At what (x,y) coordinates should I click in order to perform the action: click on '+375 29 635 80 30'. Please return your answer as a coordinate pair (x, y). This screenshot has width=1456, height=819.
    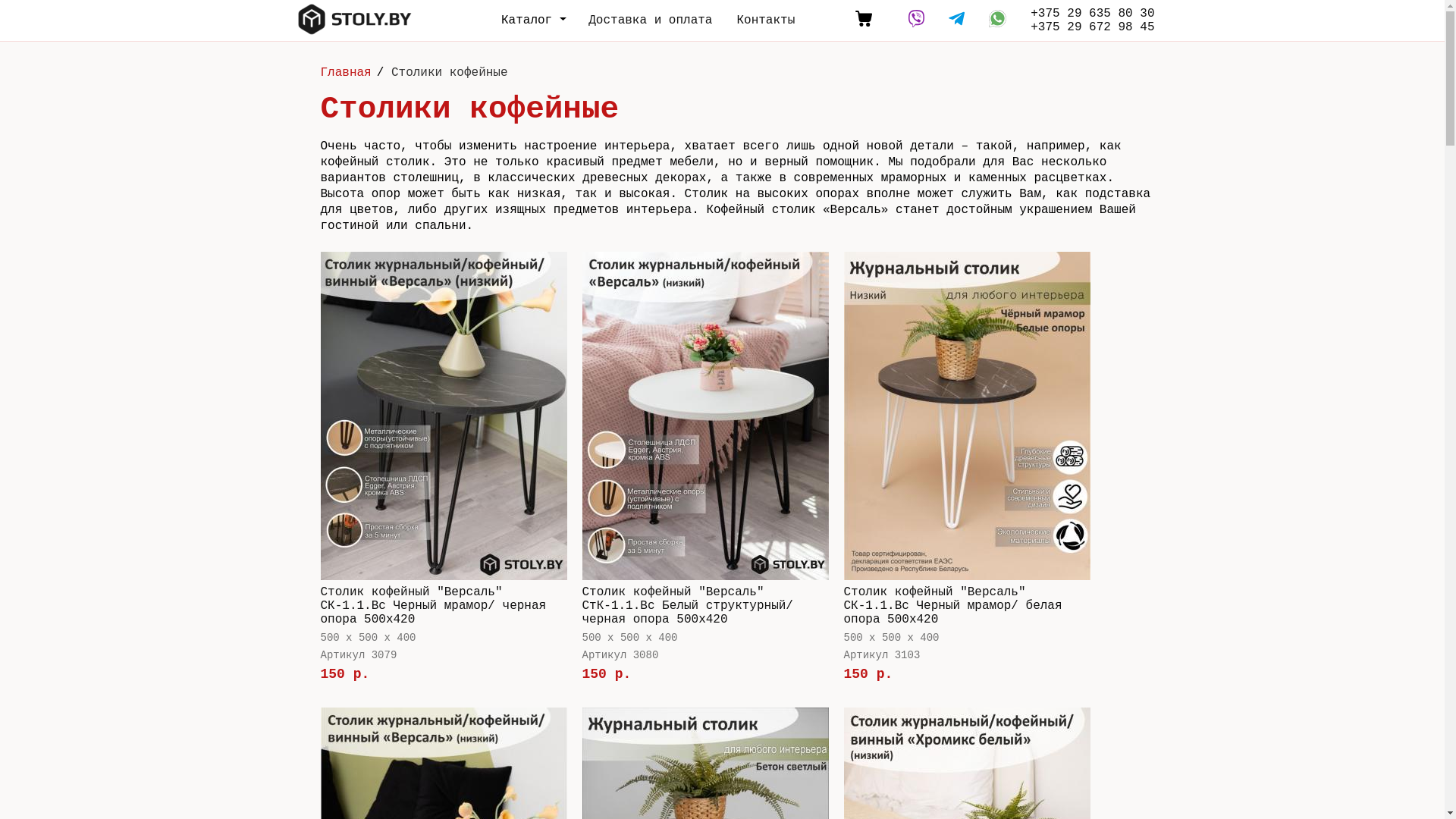
    Looking at the image, I should click on (1092, 14).